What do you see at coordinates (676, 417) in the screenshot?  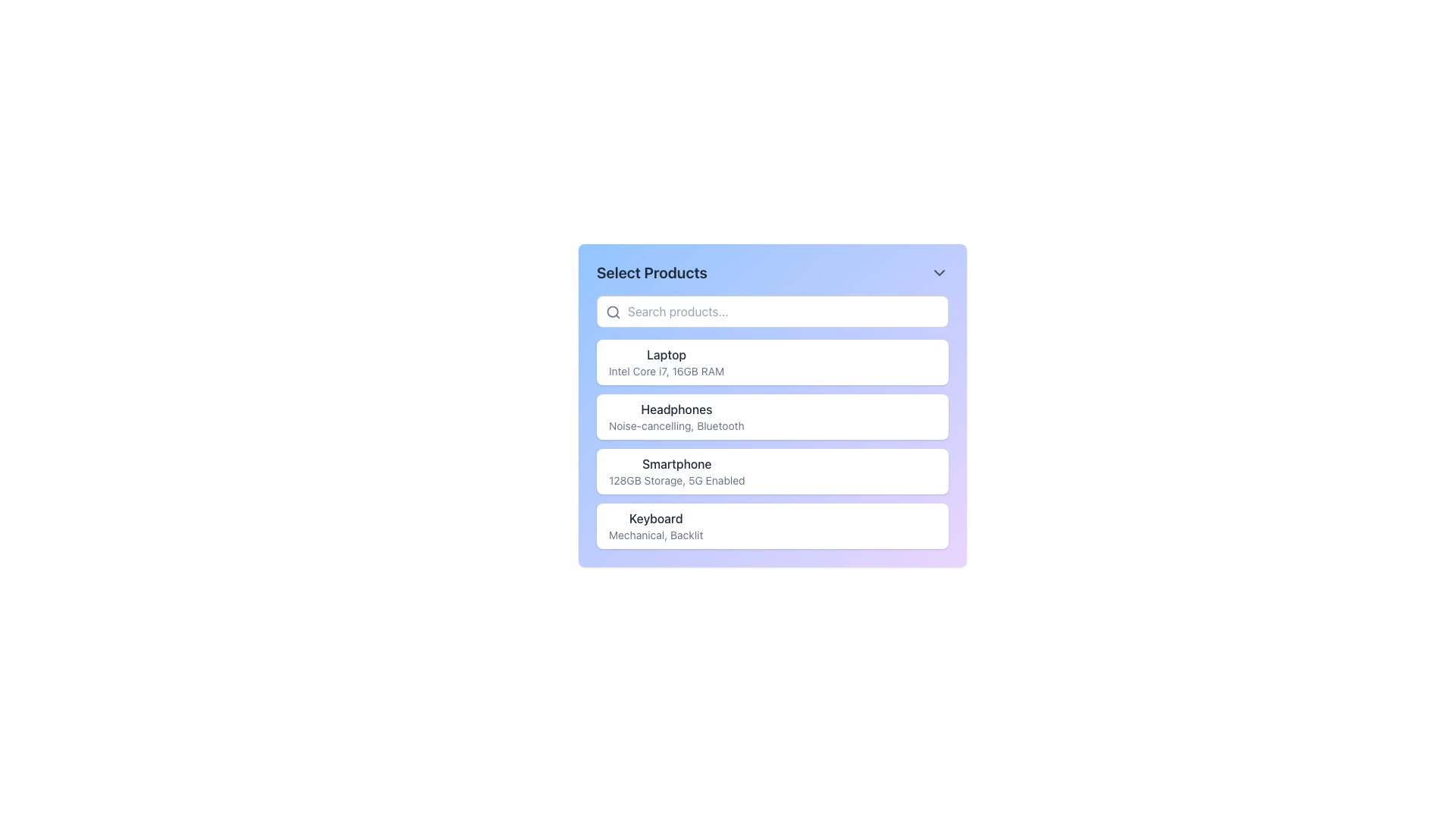 I see `the text-based item titled 'Headphones' in the selection list` at bounding box center [676, 417].